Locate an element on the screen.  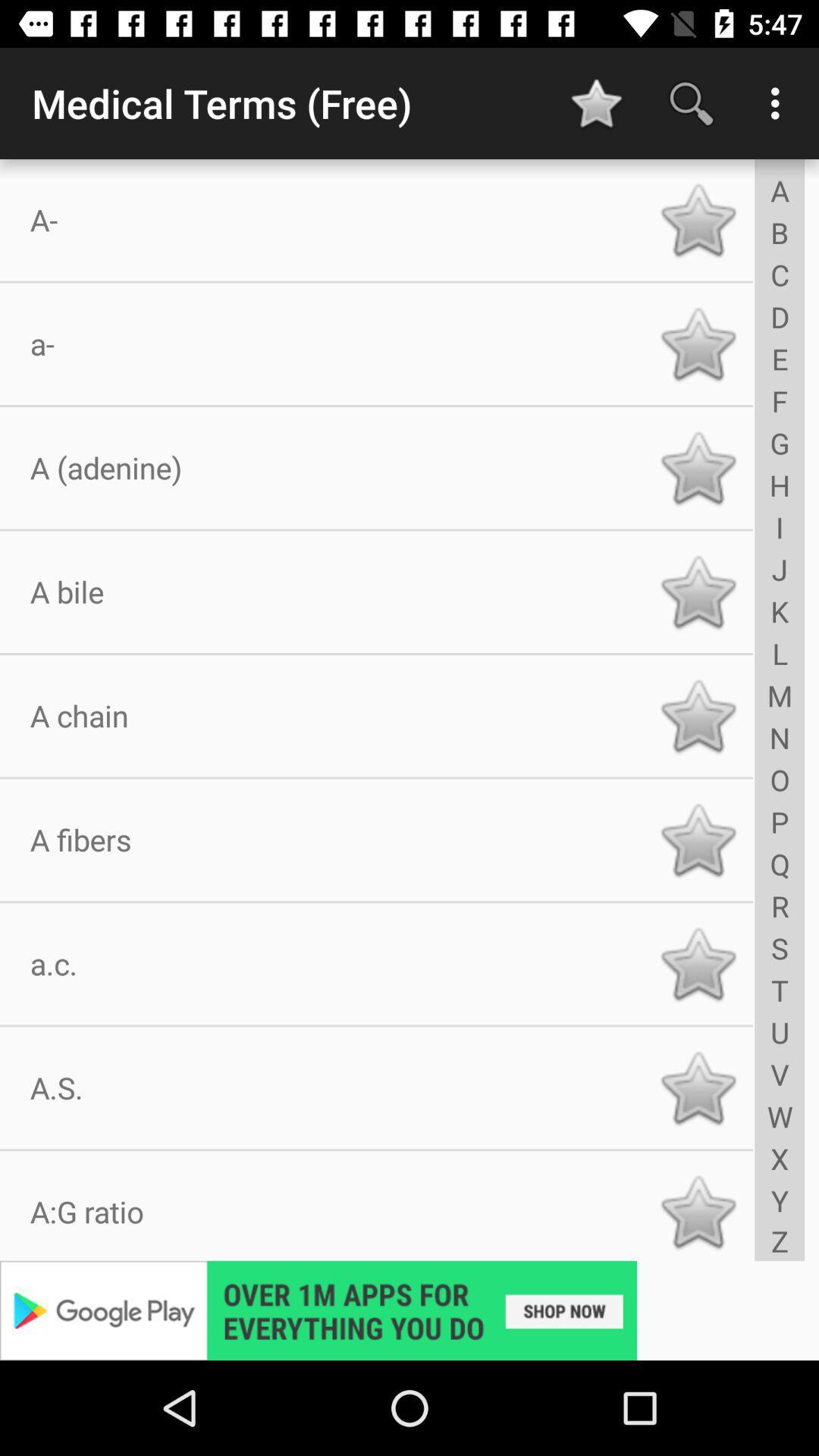
make a favorite word is located at coordinates (698, 963).